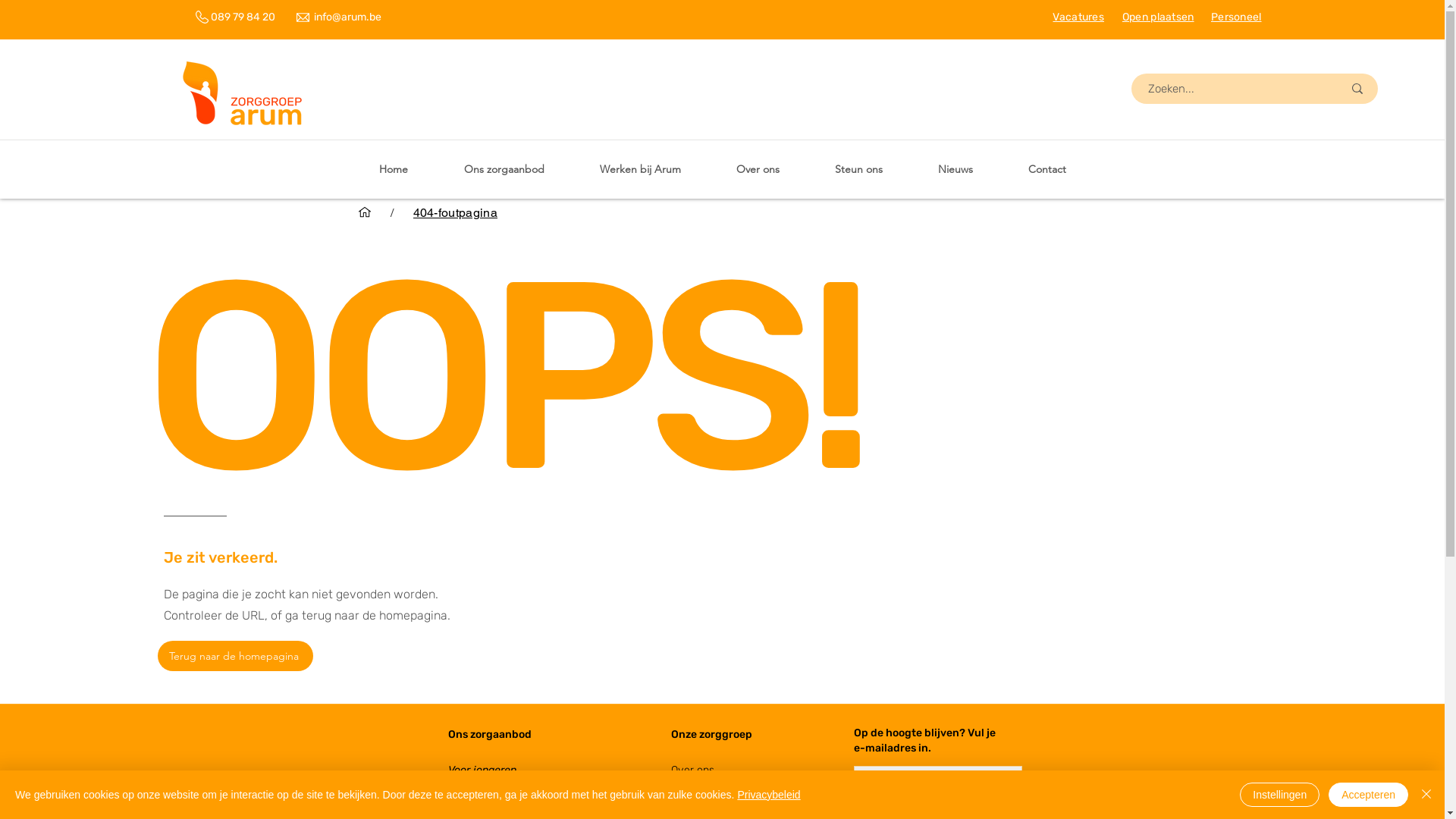  Describe the element at coordinates (954, 169) in the screenshot. I see `'Nieuws'` at that location.